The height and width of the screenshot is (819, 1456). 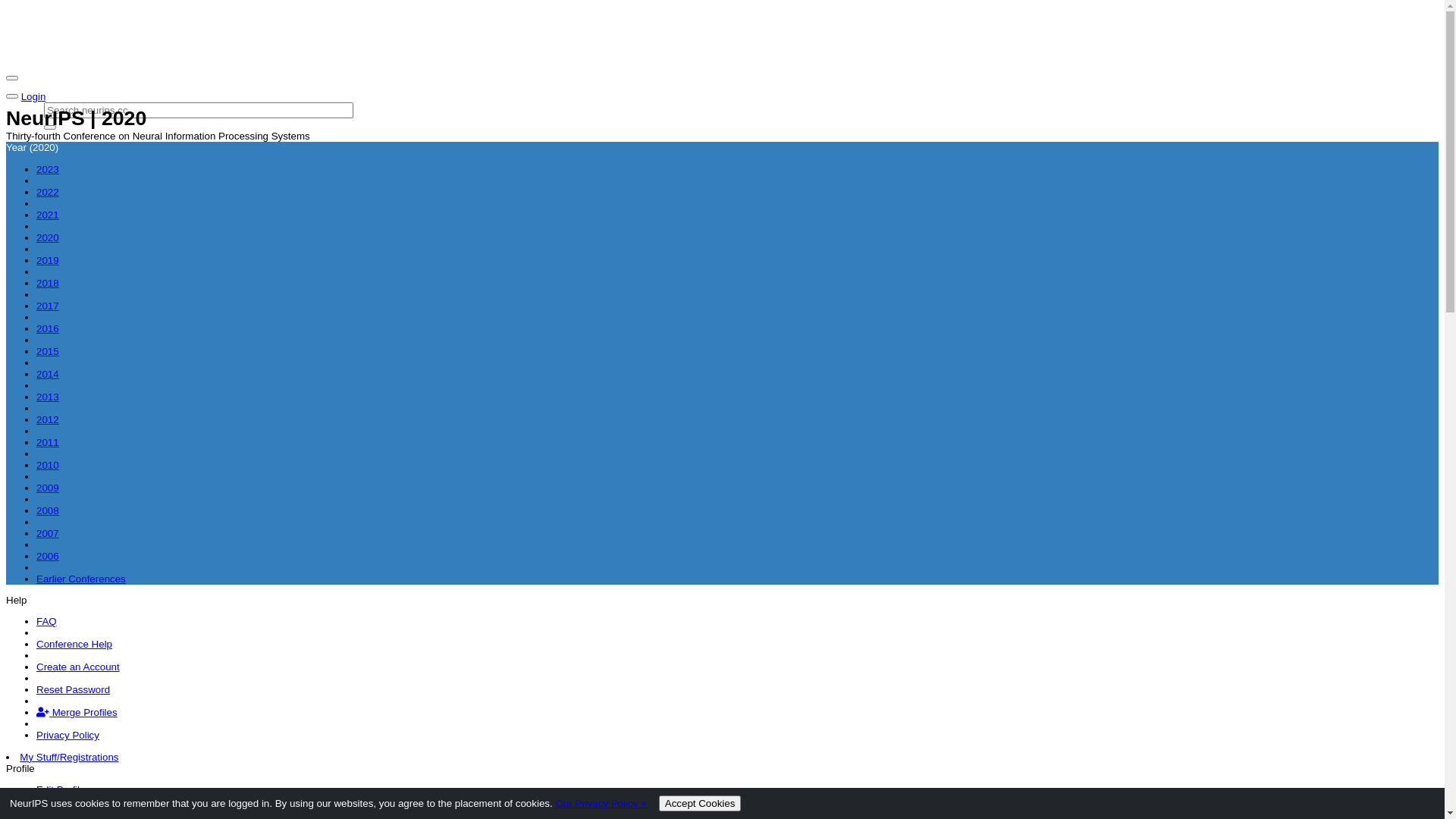 What do you see at coordinates (46, 621) in the screenshot?
I see `'FAQ'` at bounding box center [46, 621].